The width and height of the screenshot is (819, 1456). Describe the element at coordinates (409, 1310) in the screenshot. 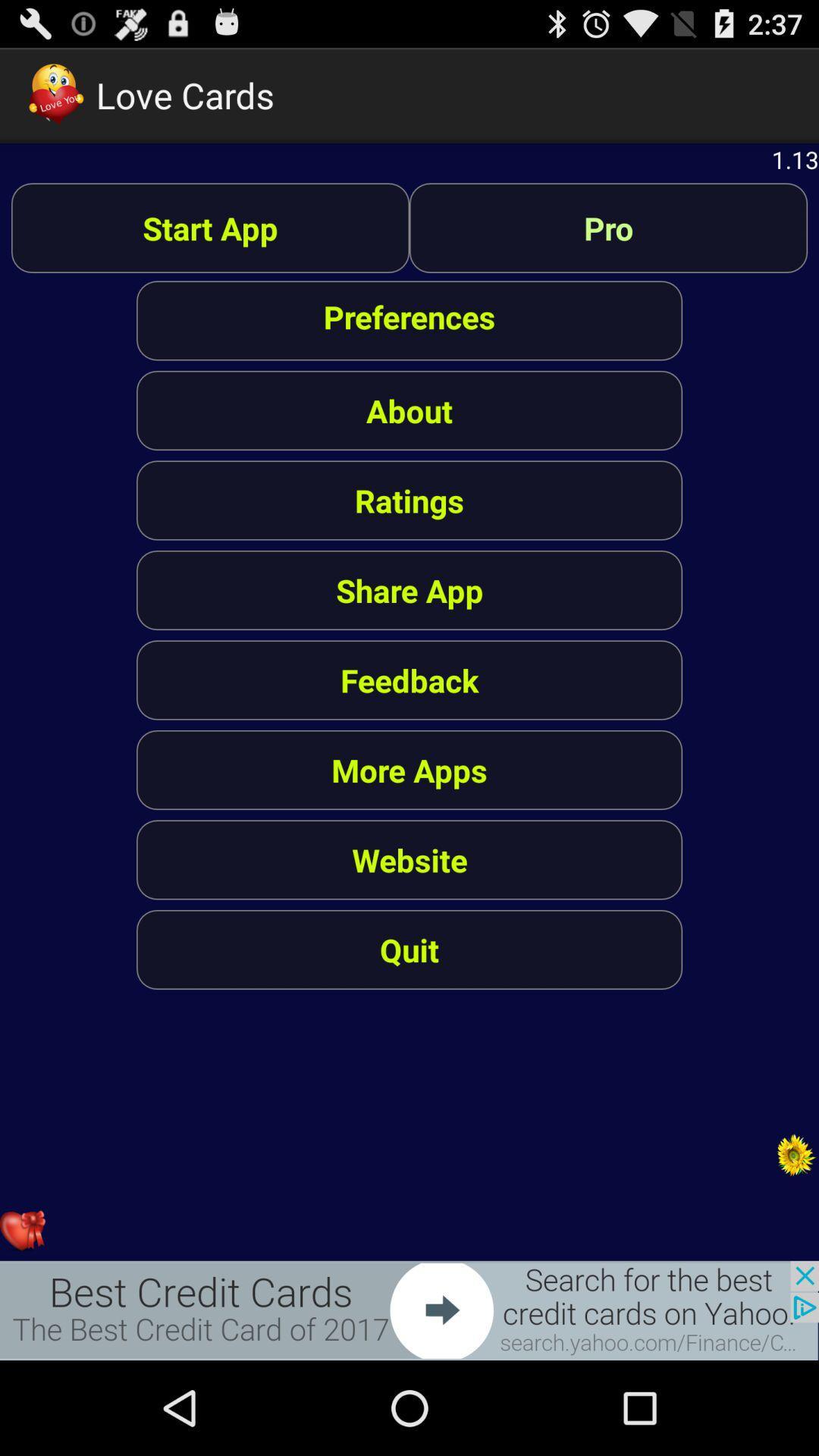

I see `advertisement page` at that location.